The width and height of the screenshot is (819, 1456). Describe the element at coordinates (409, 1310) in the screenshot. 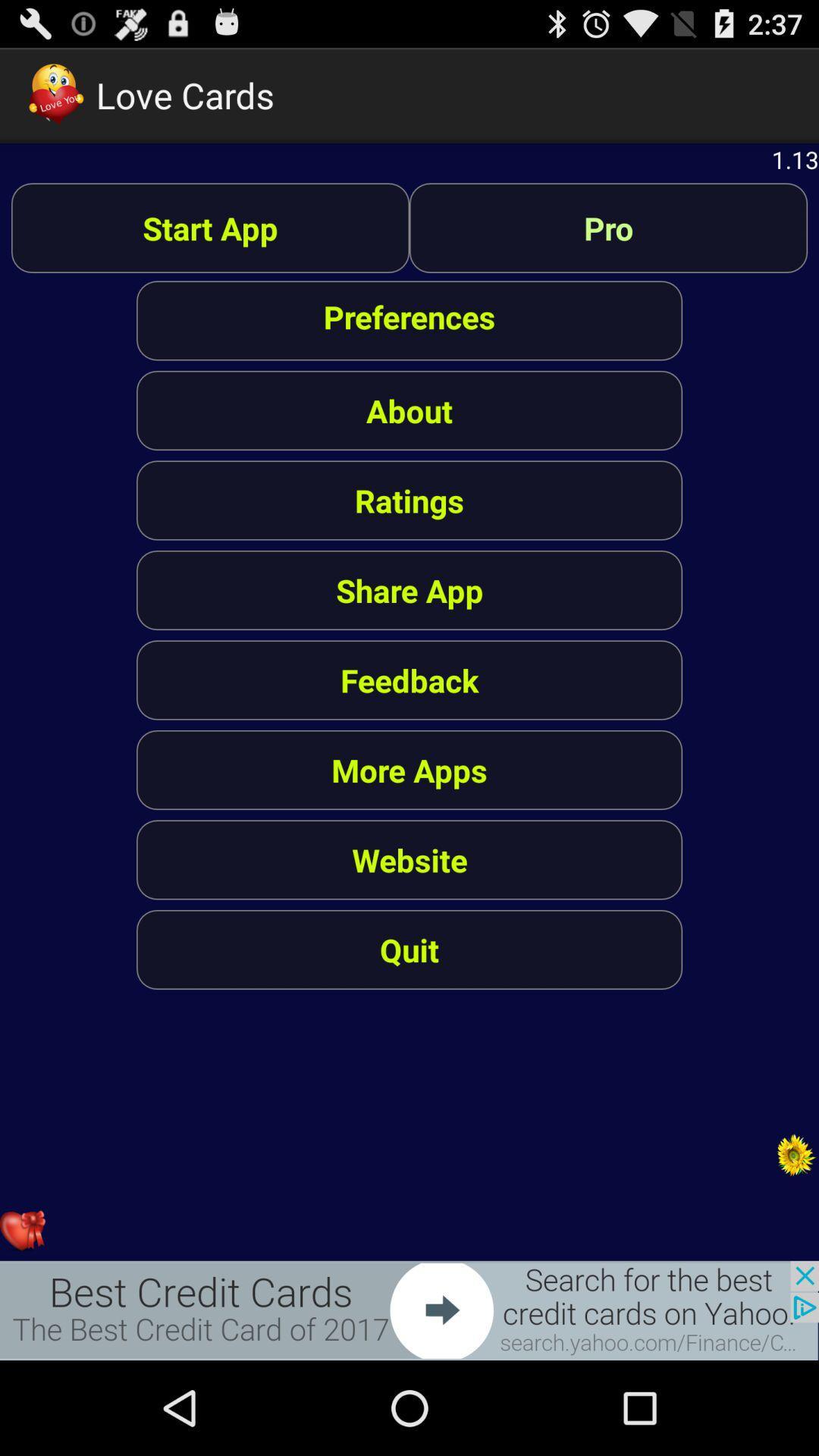

I see `advertisement page` at that location.